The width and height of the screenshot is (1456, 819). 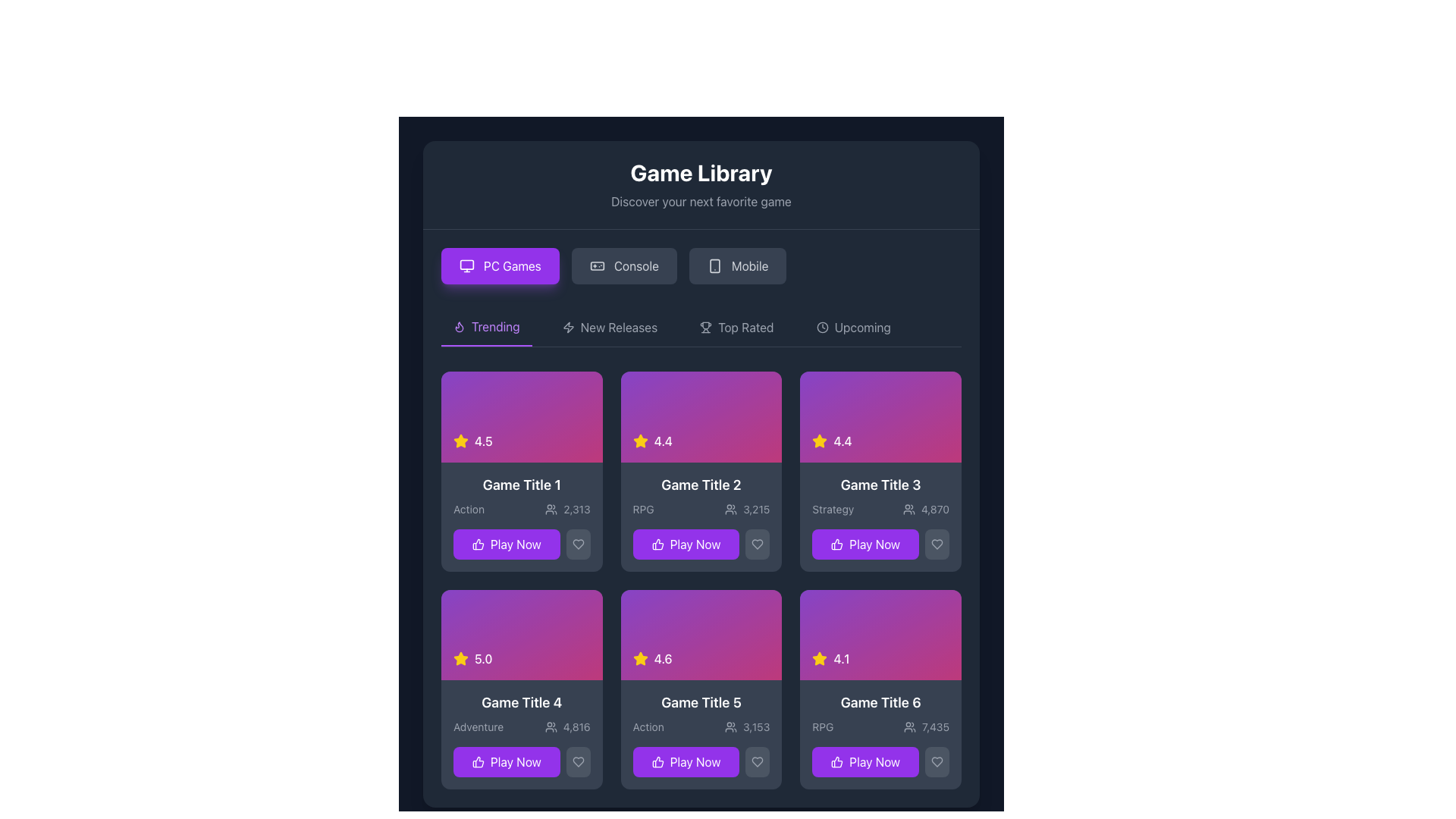 What do you see at coordinates (663, 658) in the screenshot?
I see `text label displaying the average rating score for the game located to the right of the yellow star icon in the bottom left corner of the 'Game Title 5' card` at bounding box center [663, 658].